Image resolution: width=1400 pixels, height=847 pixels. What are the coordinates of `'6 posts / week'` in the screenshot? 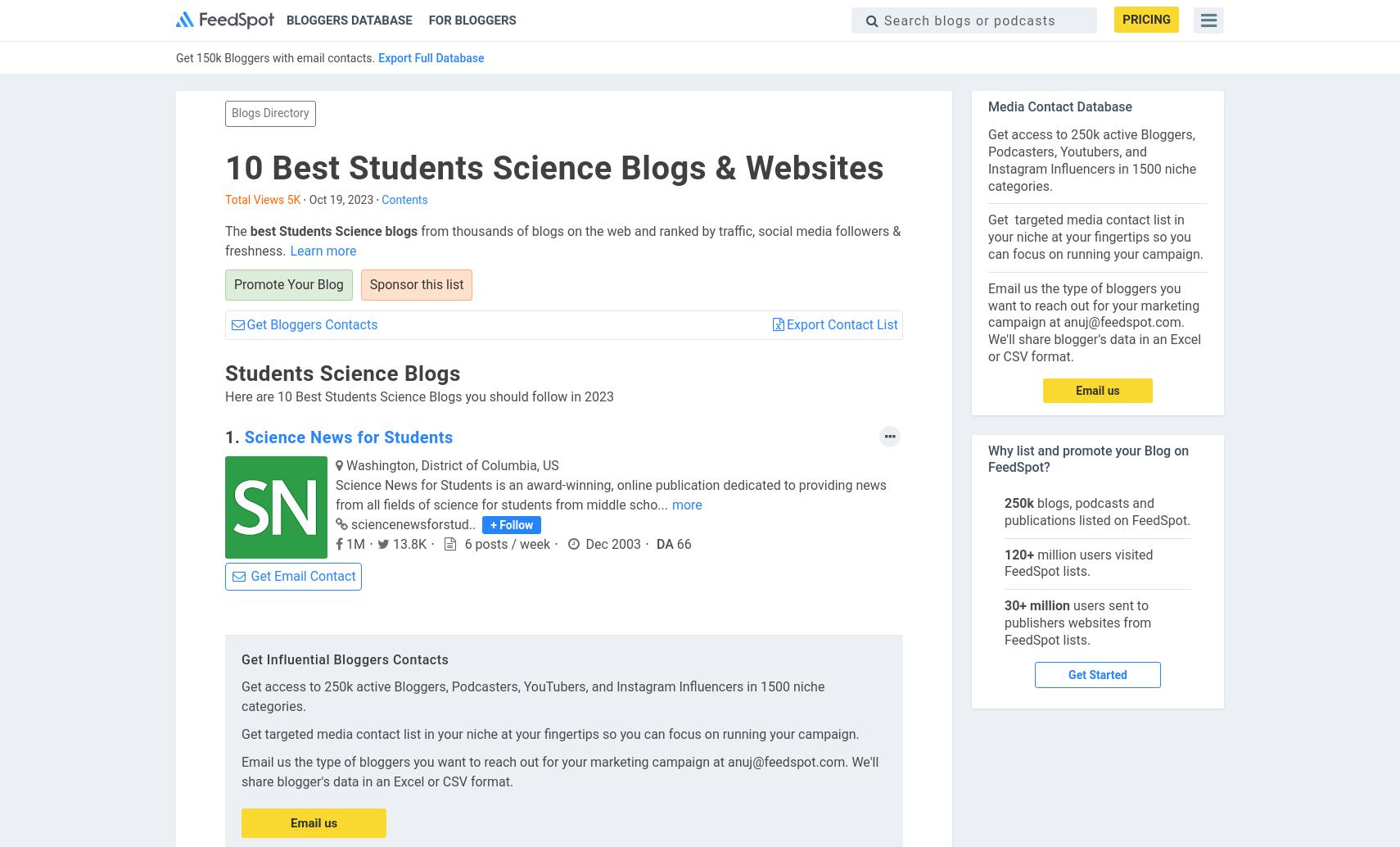 It's located at (507, 544).